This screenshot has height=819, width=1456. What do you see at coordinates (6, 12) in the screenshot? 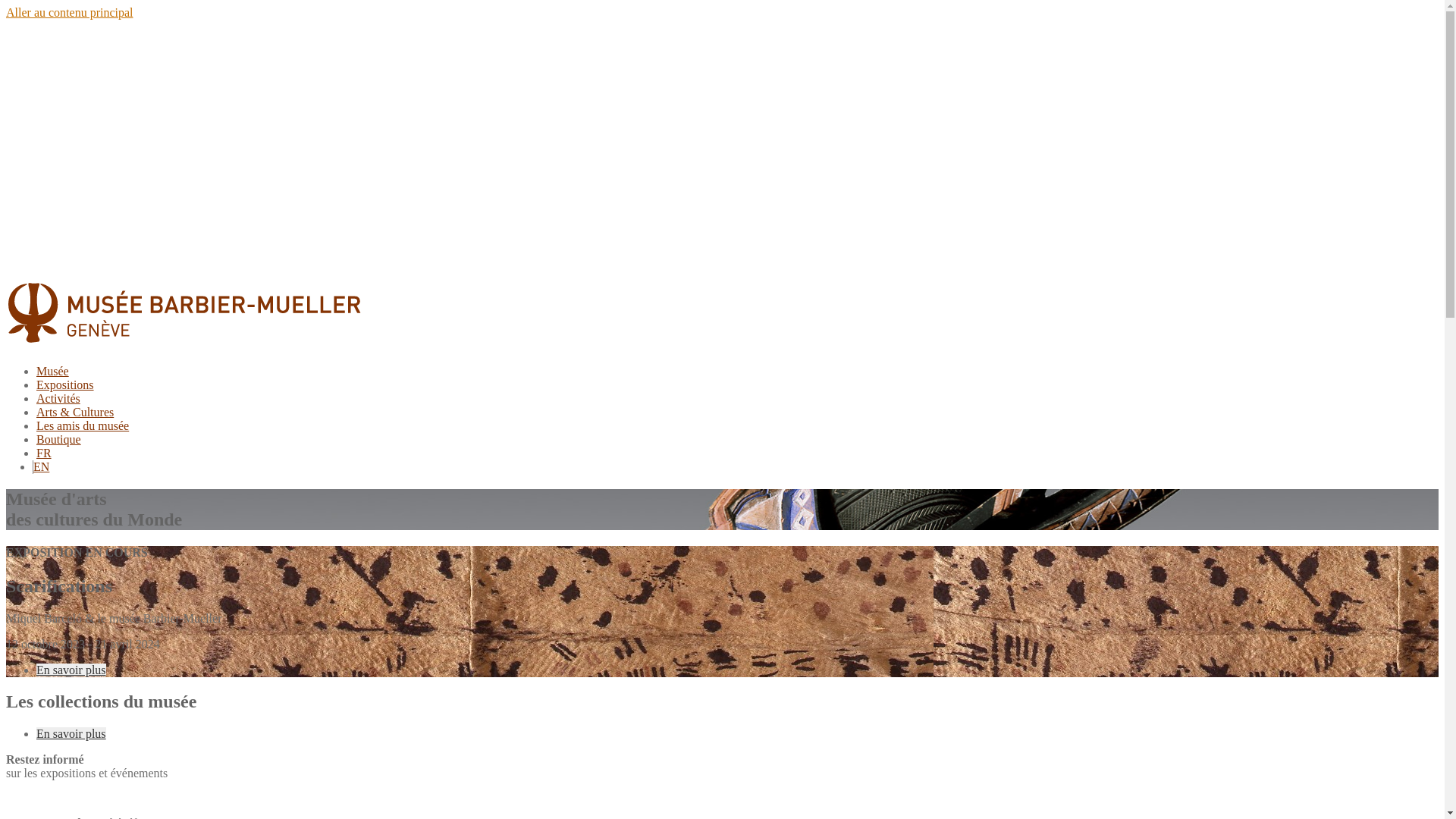
I see `'Aller au contenu principal'` at bounding box center [6, 12].